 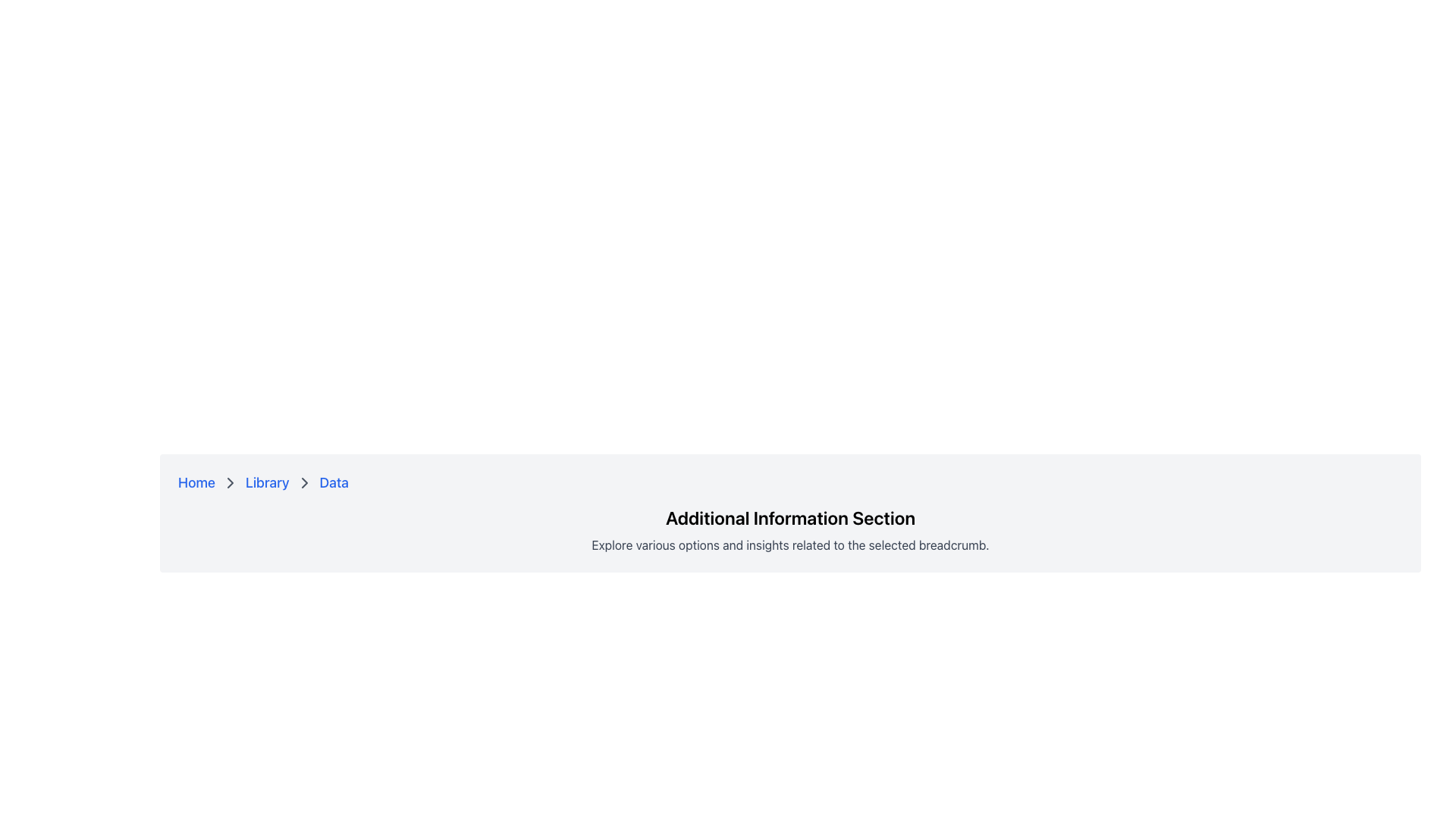 What do you see at coordinates (267, 482) in the screenshot?
I see `the 'Library' hyperlink in the breadcrumb navigation sequence` at bounding box center [267, 482].